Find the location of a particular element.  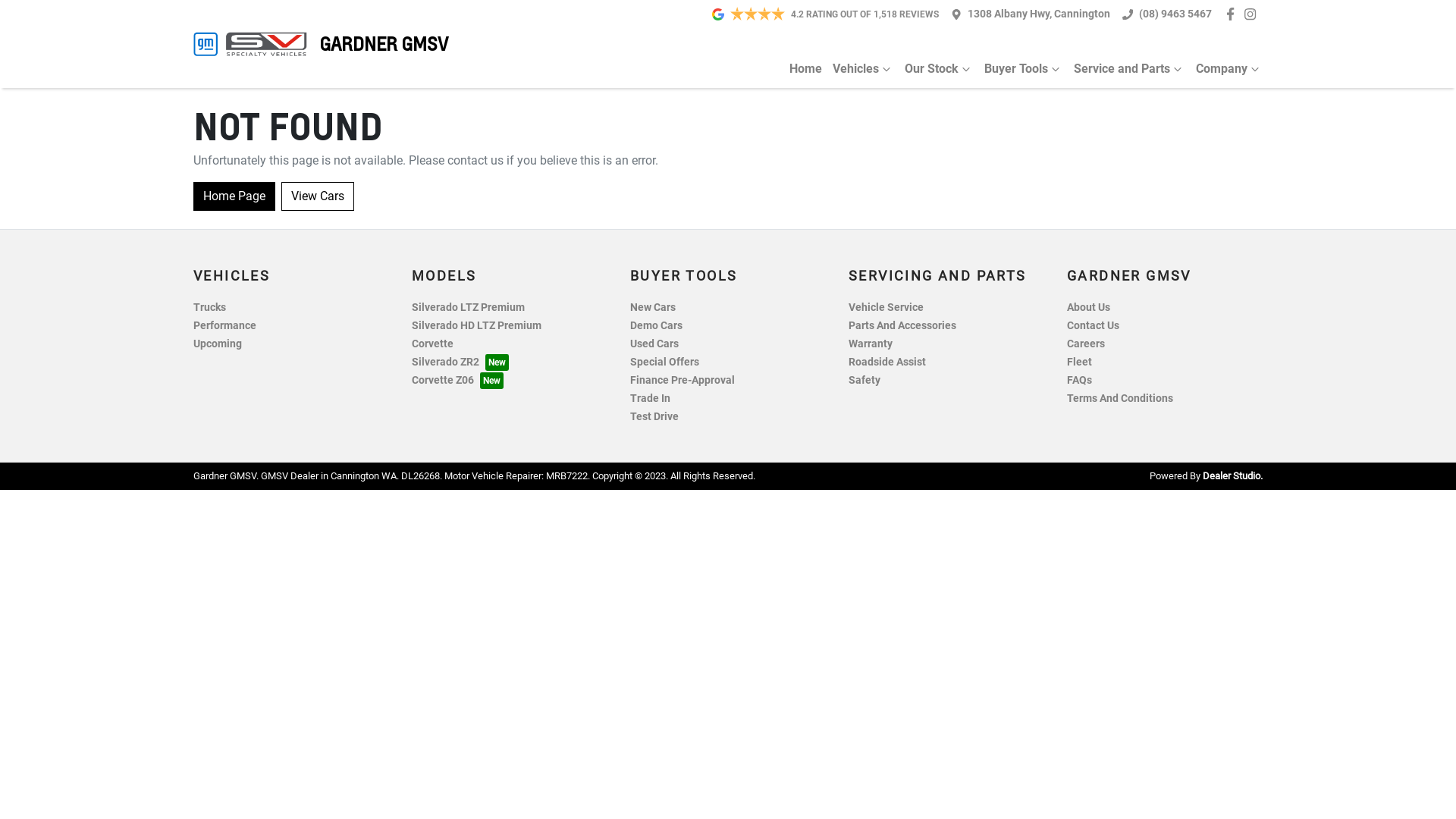

'Roadside Assist' is located at coordinates (847, 362).